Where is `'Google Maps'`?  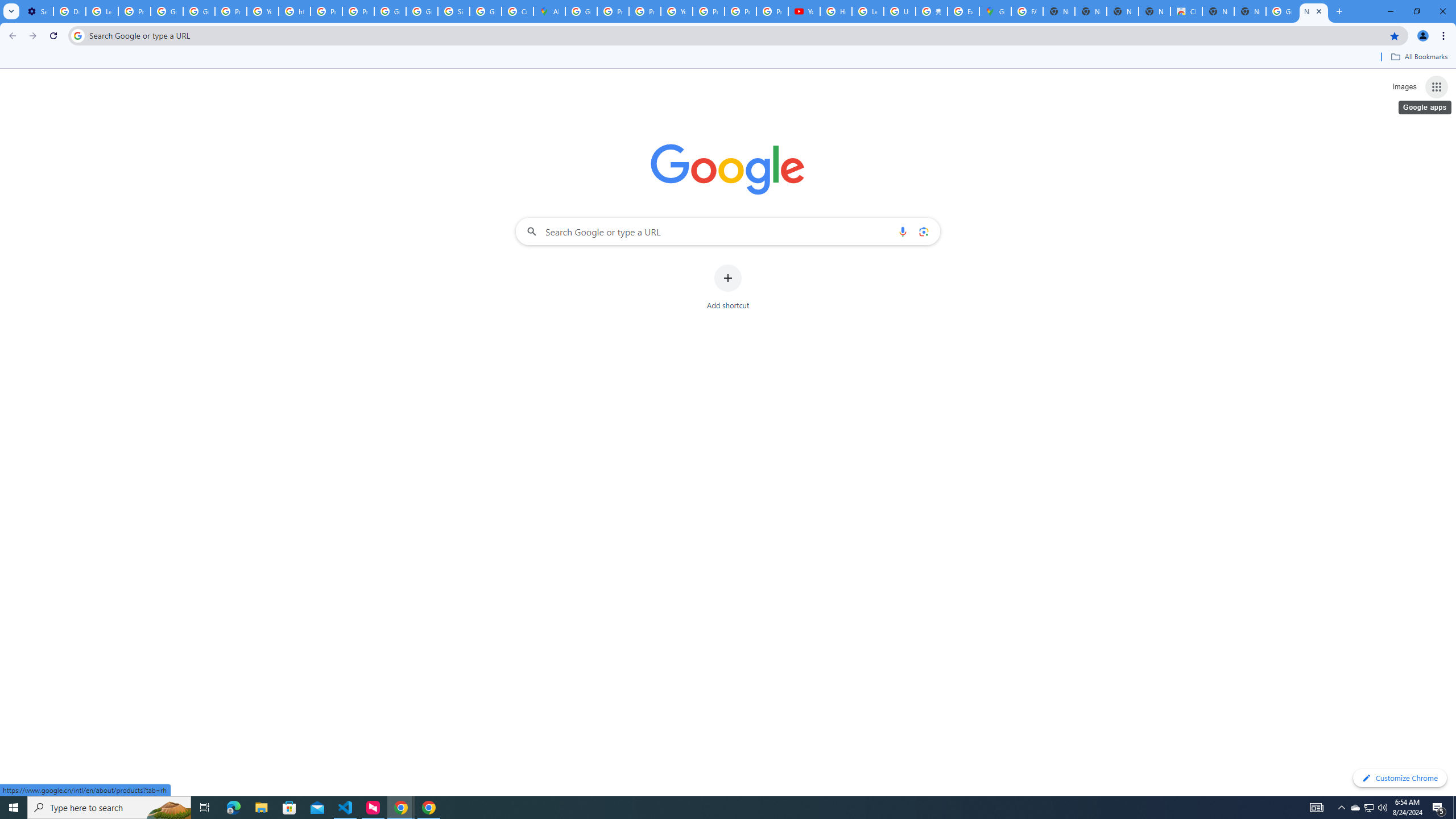
'Google Maps' is located at coordinates (994, 11).